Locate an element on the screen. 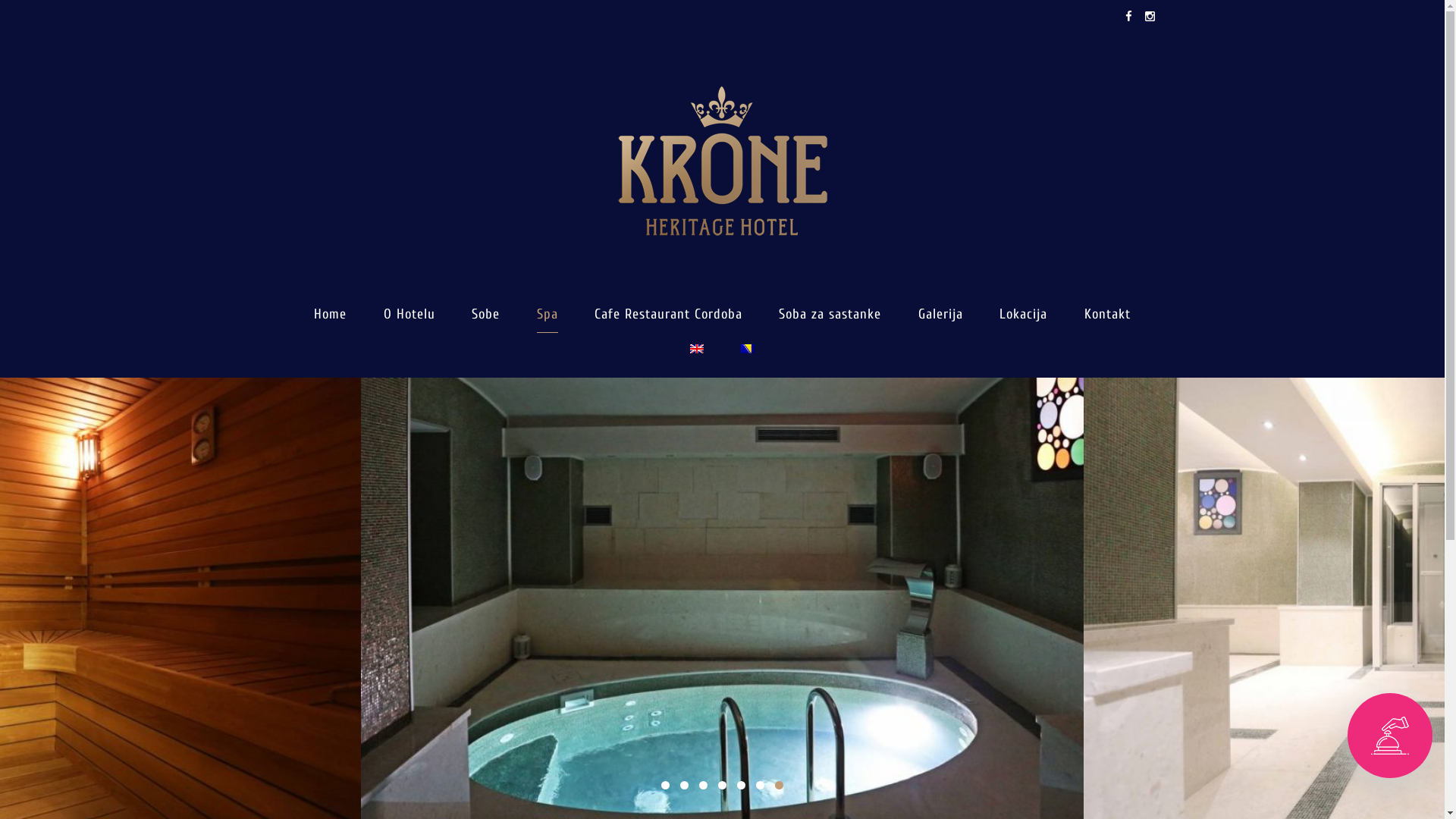 The image size is (1456, 819). 'Soba za sastanke' is located at coordinates (829, 314).